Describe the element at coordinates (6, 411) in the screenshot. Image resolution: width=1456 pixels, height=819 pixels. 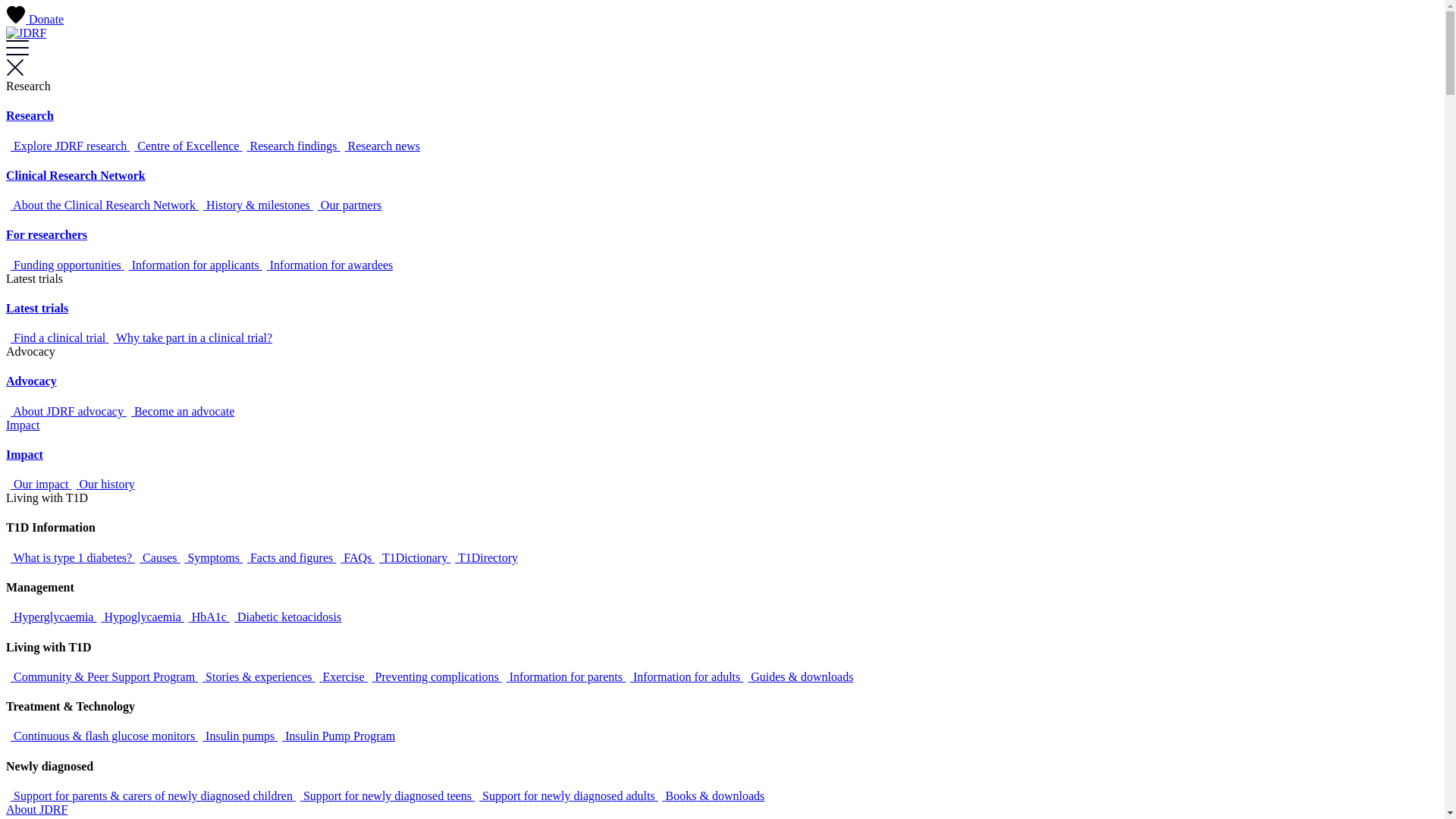
I see `'About JDRF advocacy'` at that location.